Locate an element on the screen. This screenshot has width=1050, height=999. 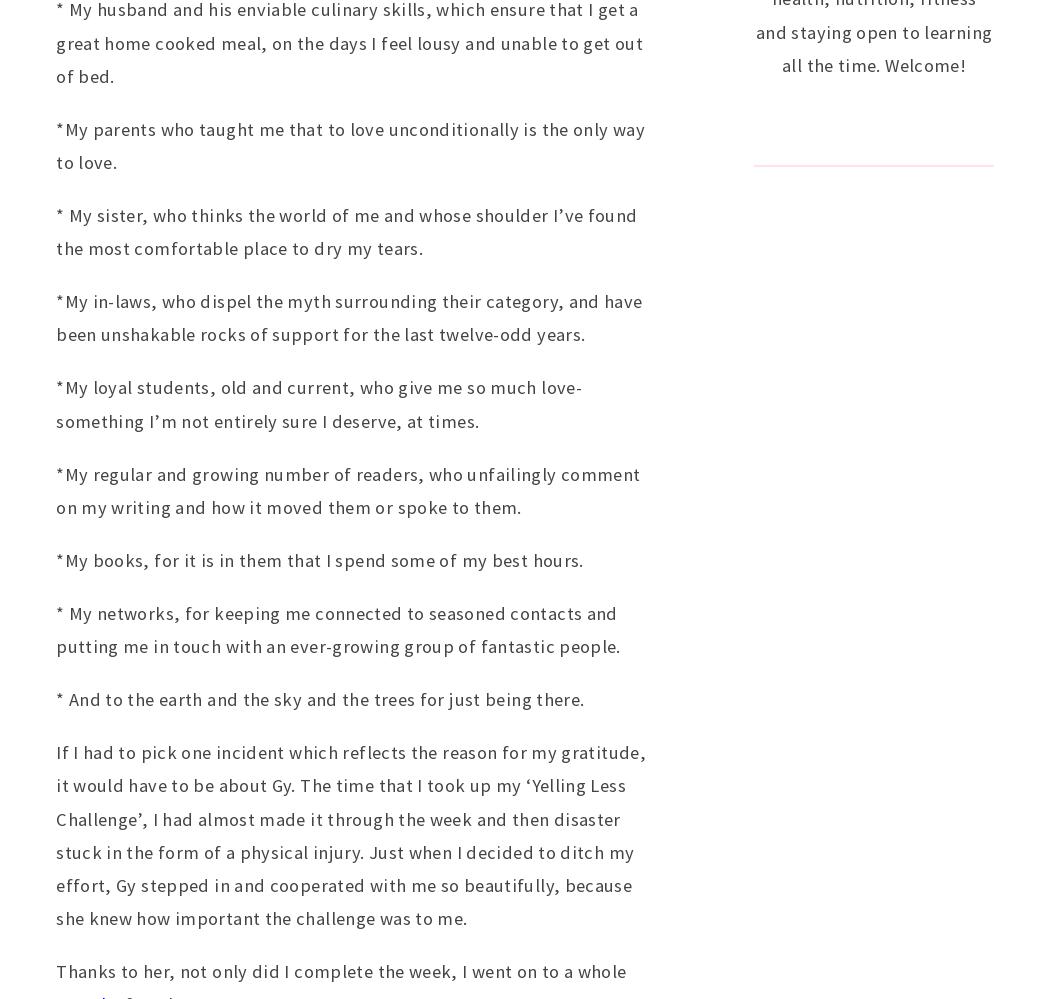
'*My in-laws, who dispel the myth surrounding their category, and have been unshakable rocks of support for the last twelve-odd years.' is located at coordinates (348, 316).